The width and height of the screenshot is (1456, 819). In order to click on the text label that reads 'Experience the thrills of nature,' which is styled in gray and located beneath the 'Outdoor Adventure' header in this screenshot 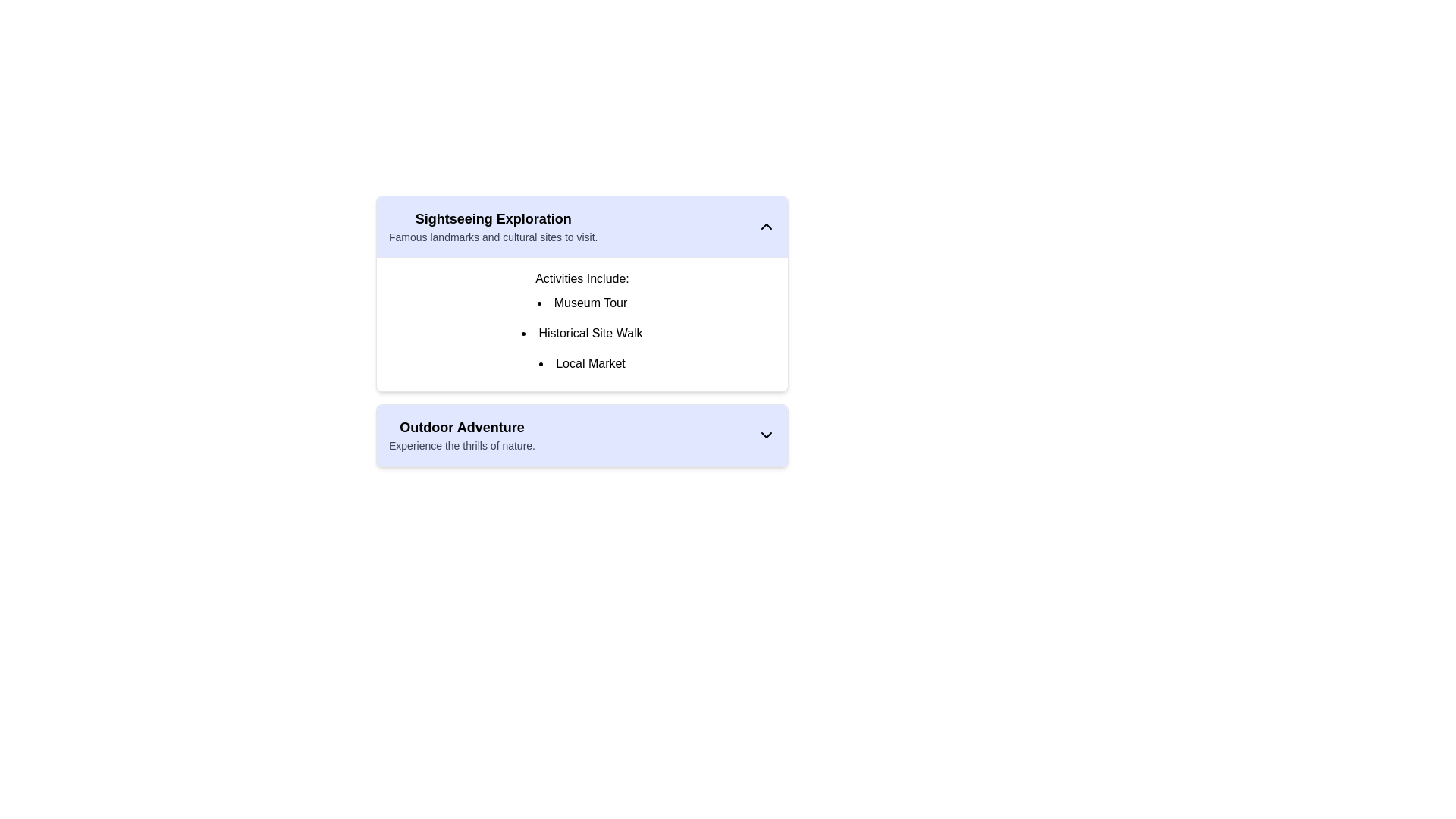, I will do `click(461, 444)`.